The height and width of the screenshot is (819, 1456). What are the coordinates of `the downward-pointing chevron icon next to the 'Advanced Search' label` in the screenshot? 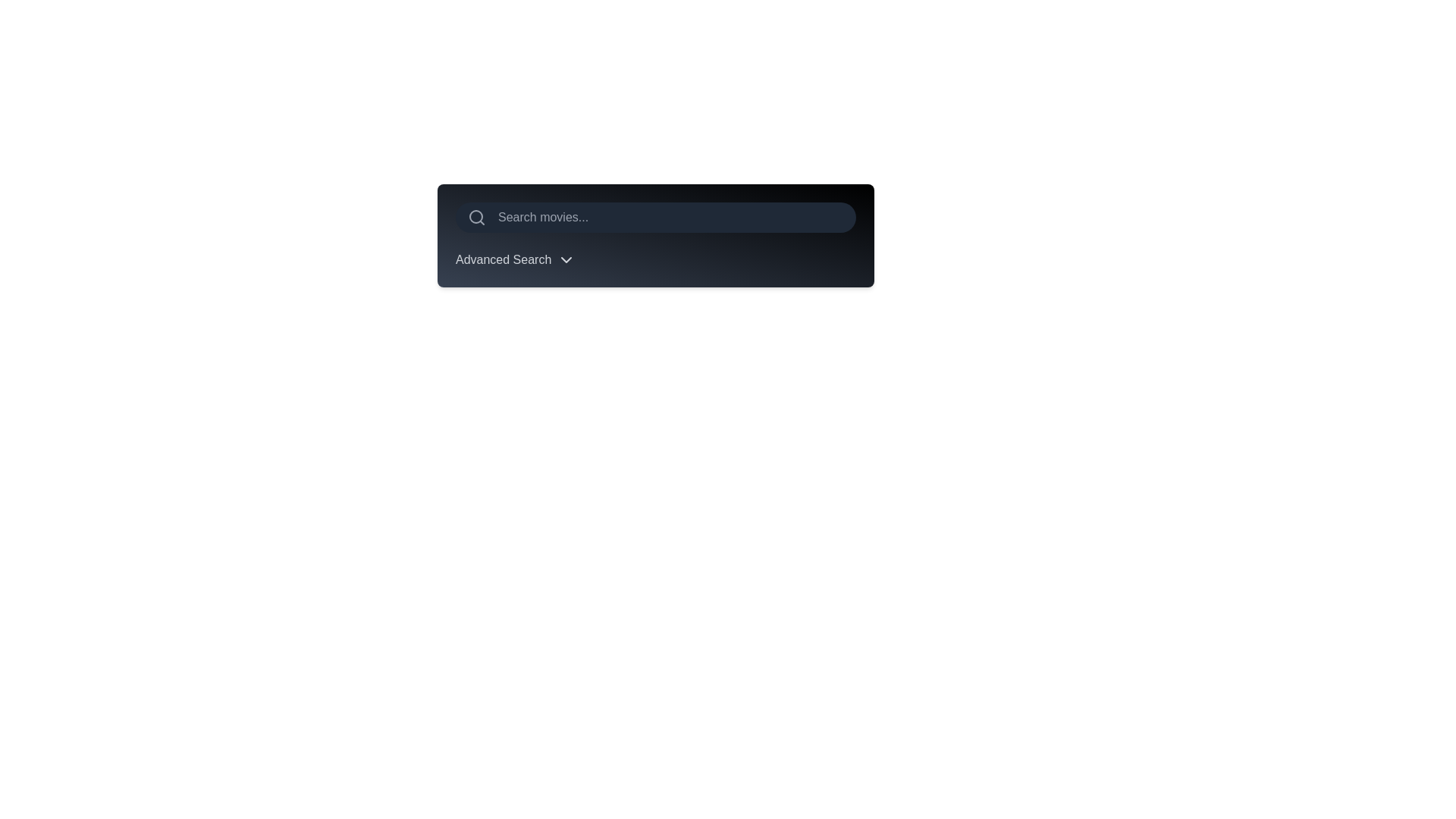 It's located at (566, 259).